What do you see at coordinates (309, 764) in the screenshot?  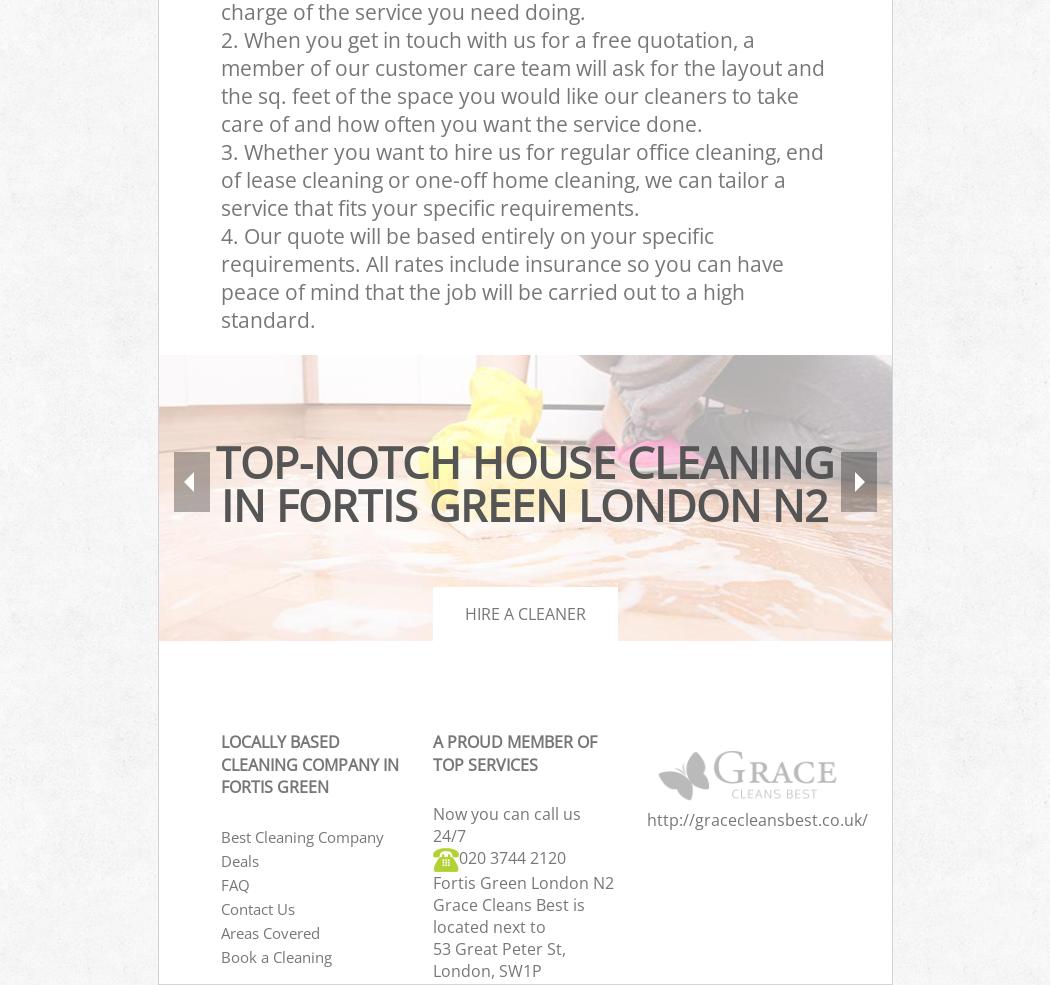 I see `'Locally Based Cleaning Company in Fortis Green'` at bounding box center [309, 764].